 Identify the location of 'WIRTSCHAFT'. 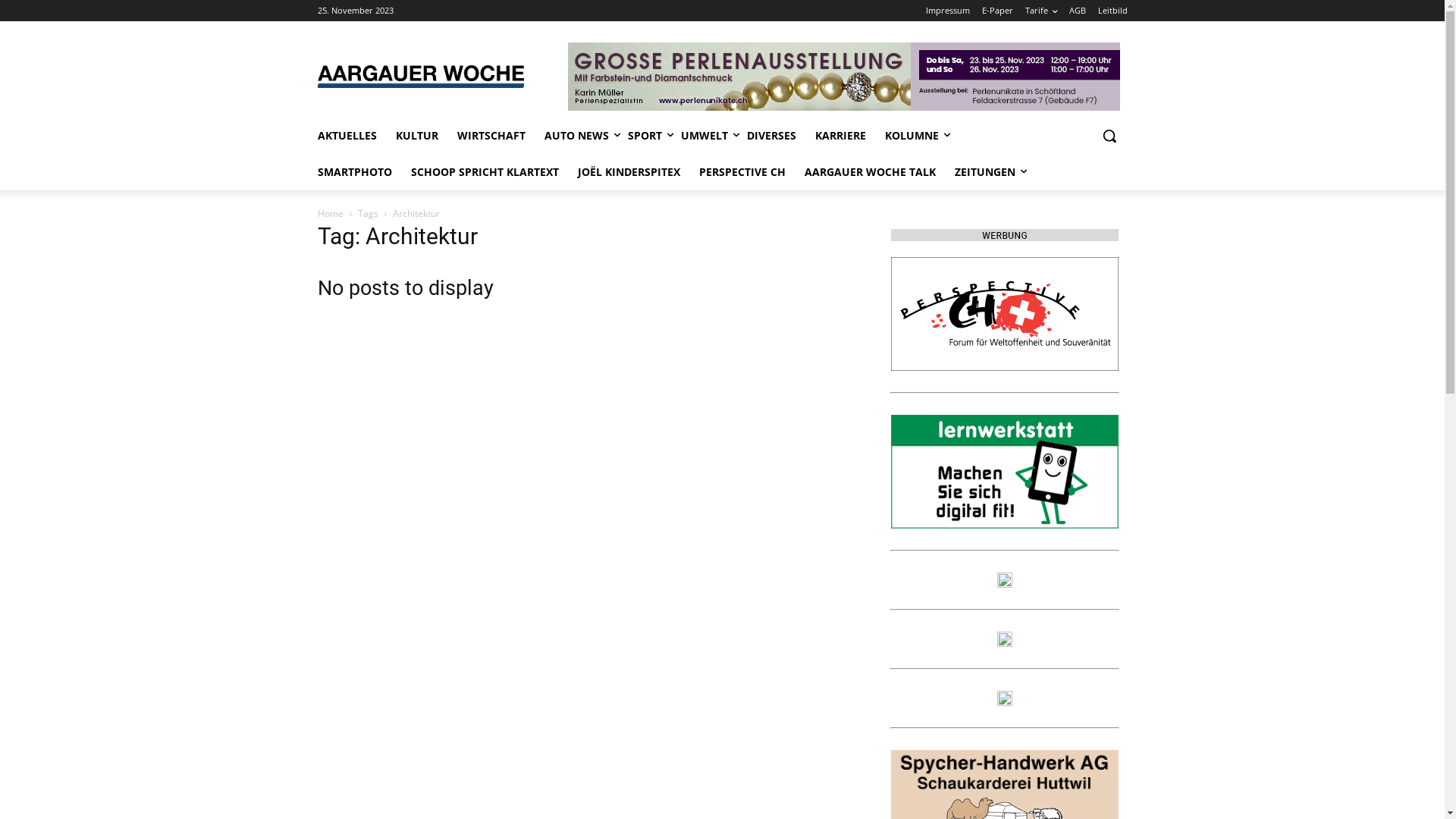
(491, 134).